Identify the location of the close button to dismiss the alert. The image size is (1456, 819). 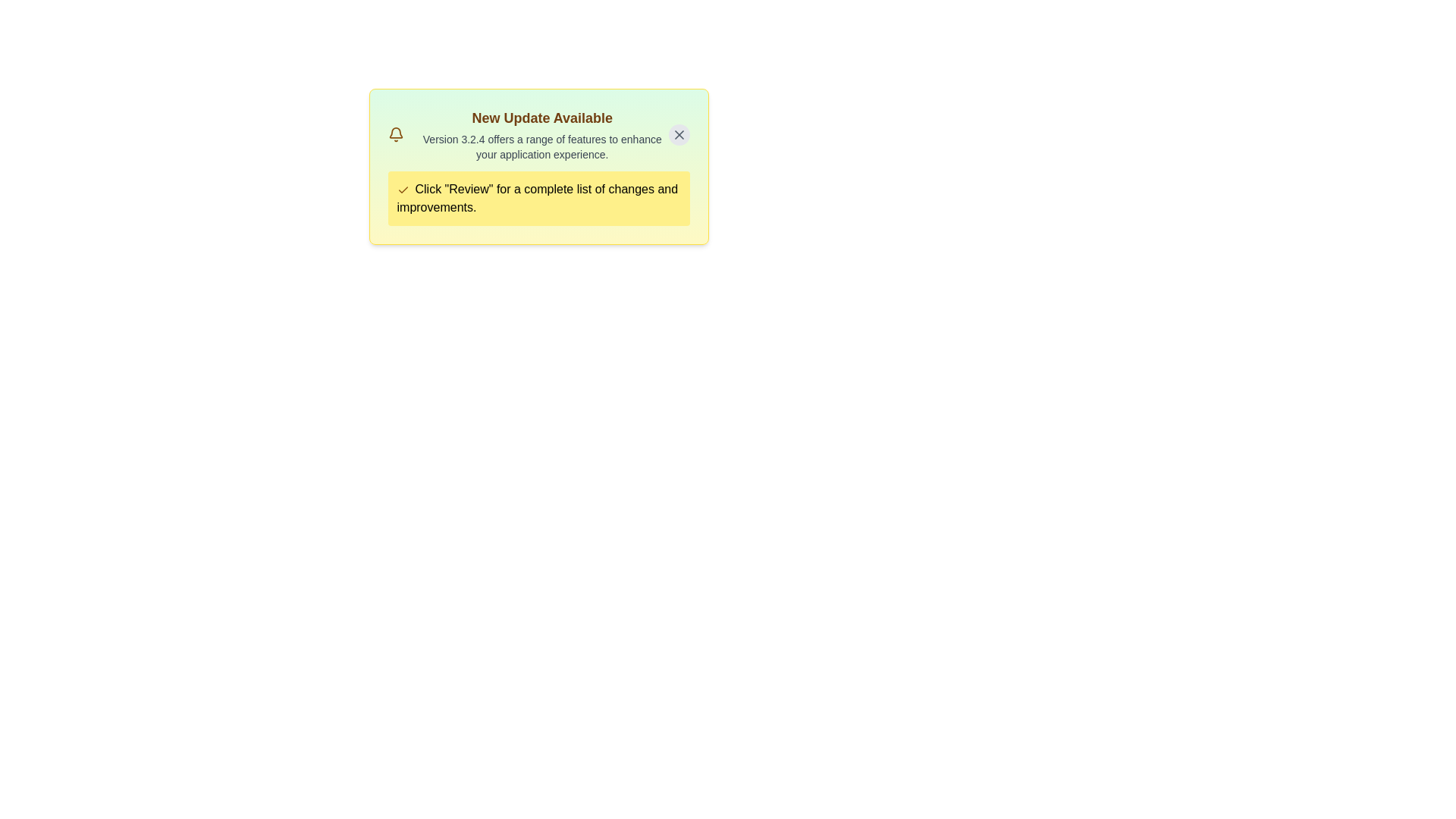
(678, 133).